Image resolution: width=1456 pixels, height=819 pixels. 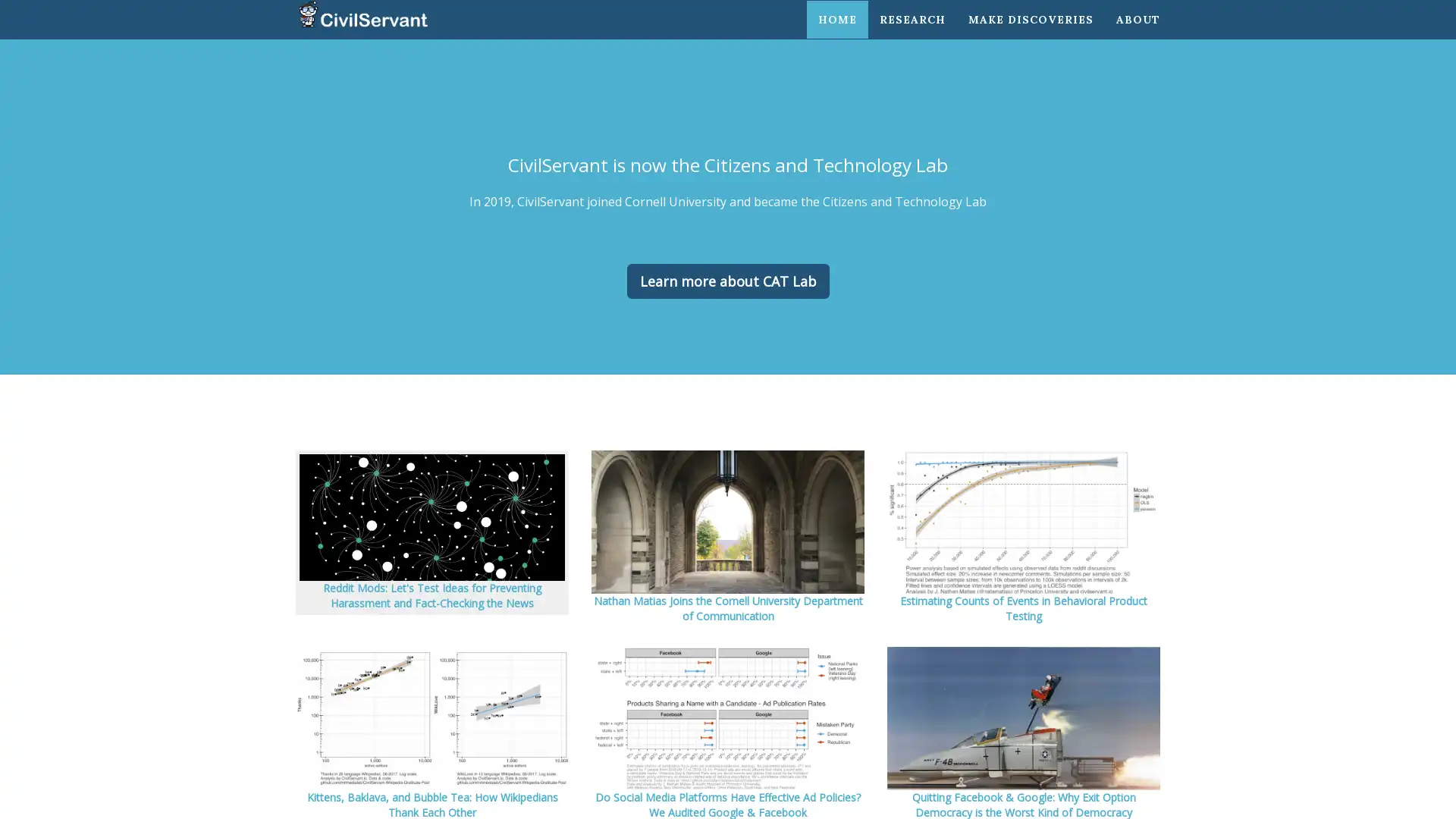 I want to click on Learn more about CAT Lab, so click(x=726, y=281).